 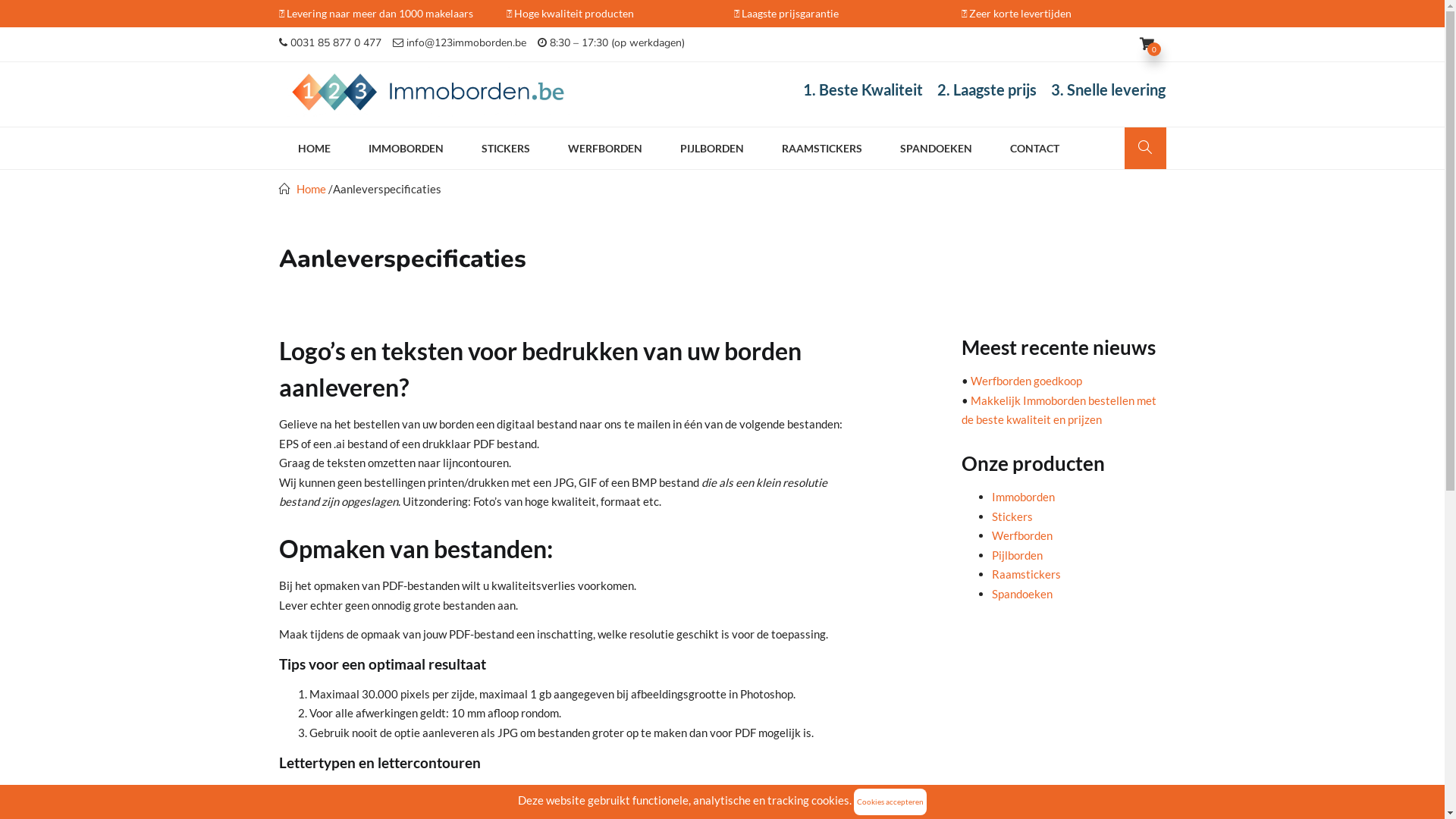 What do you see at coordinates (1017, 554) in the screenshot?
I see `'Pijlborden'` at bounding box center [1017, 554].